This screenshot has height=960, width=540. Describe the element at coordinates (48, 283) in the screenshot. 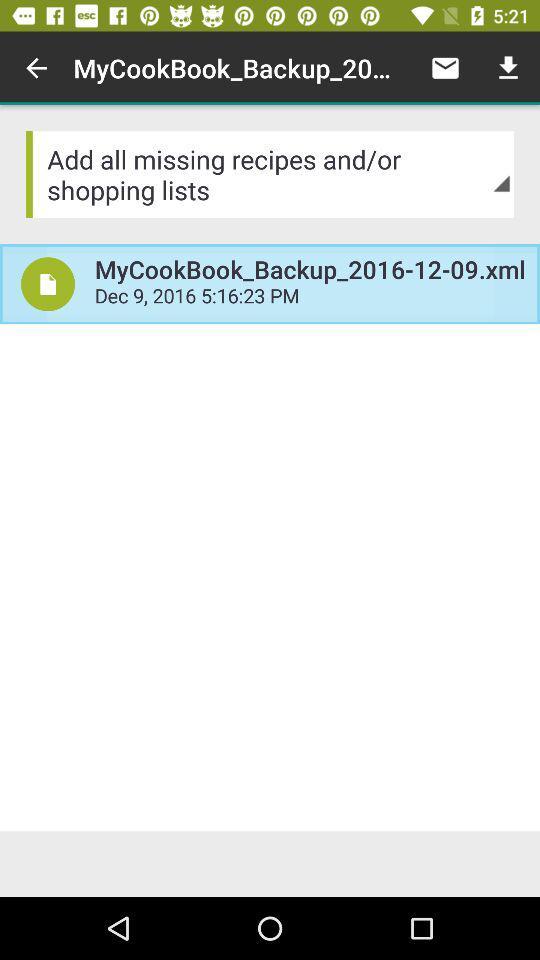

I see `the item next to mycookbook_backup_2016 12 09` at that location.